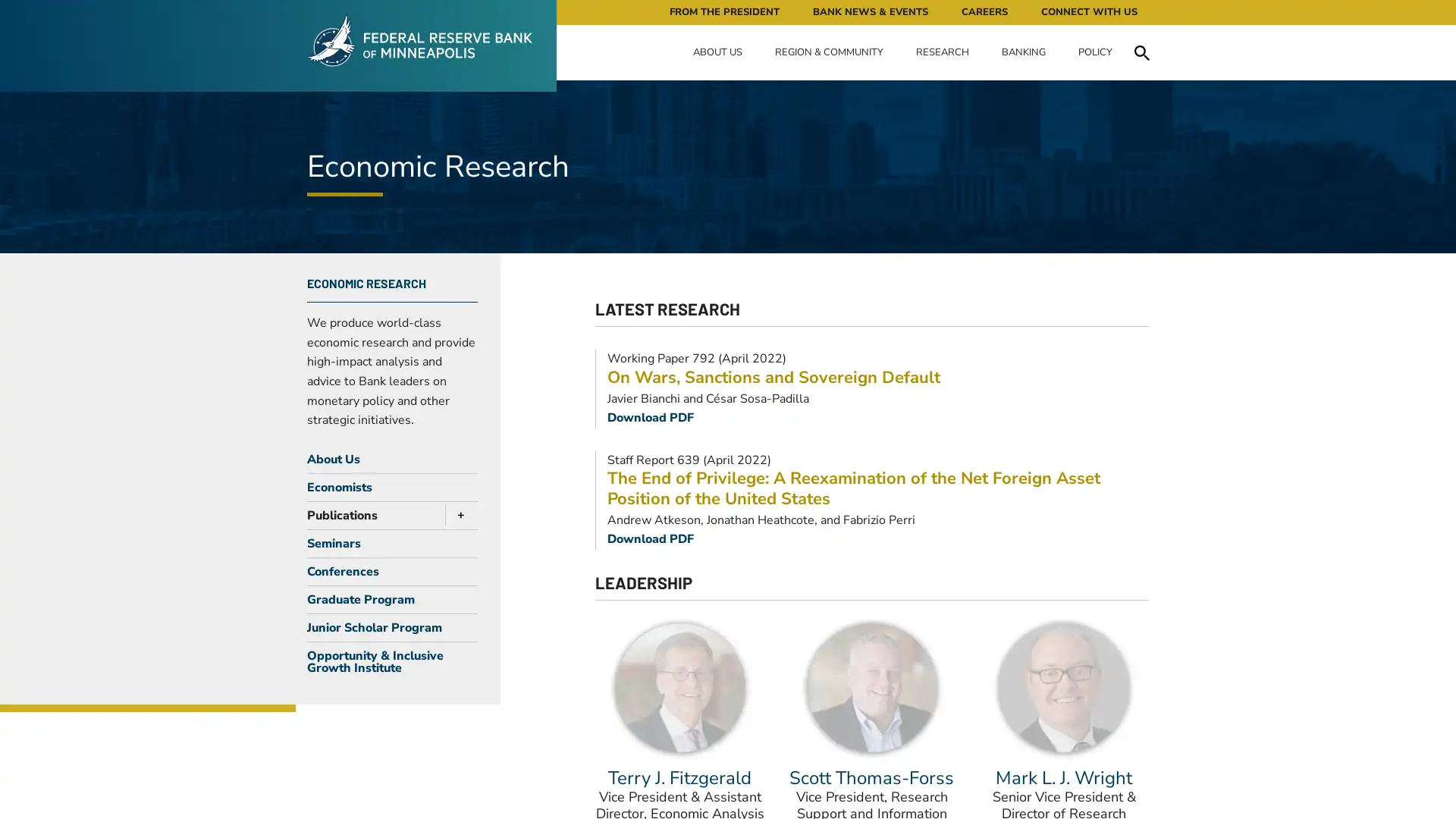 The width and height of the screenshot is (1456, 819). Describe the element at coordinates (1141, 52) in the screenshot. I see `Toggle Search` at that location.